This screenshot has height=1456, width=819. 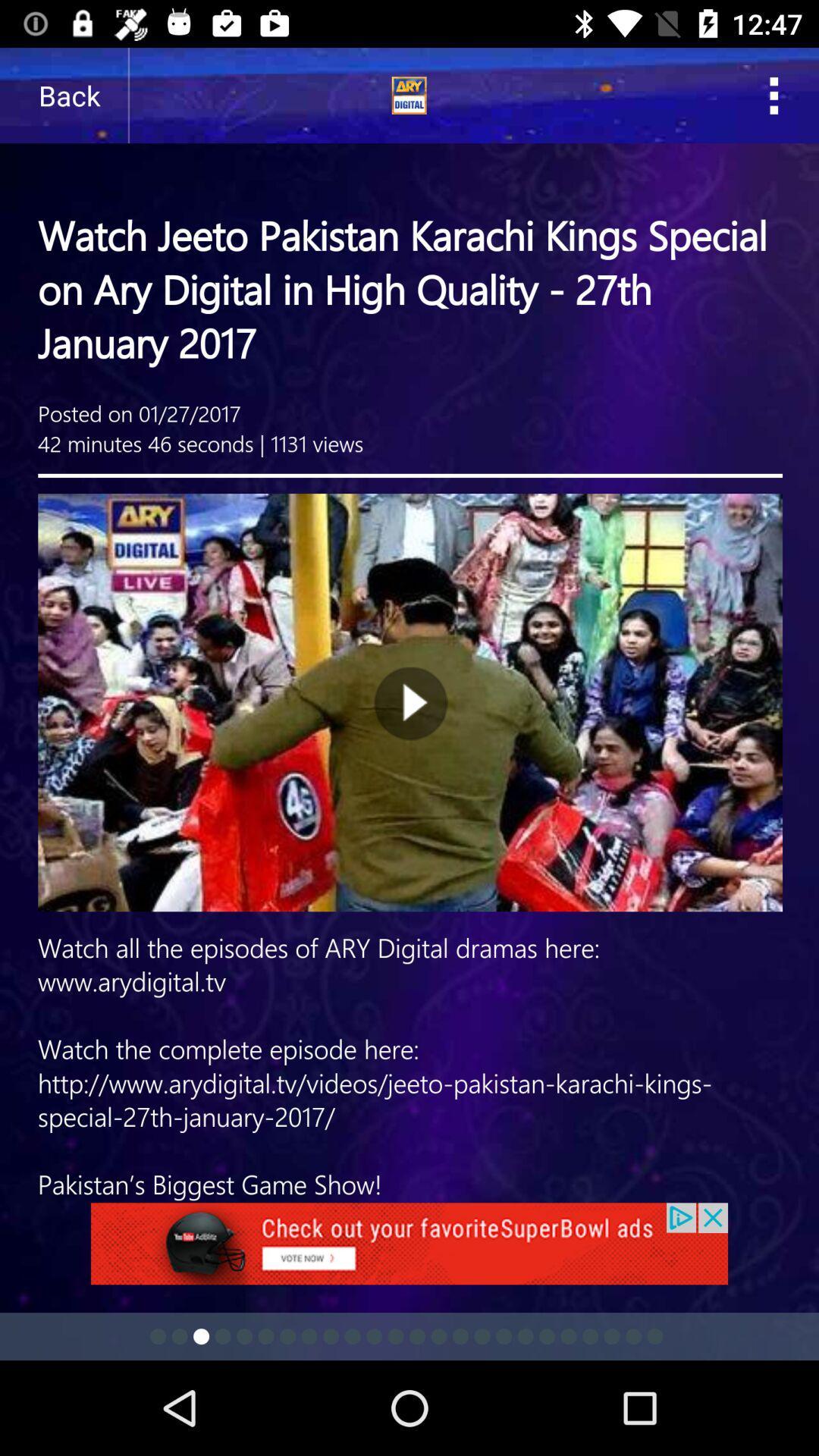 What do you see at coordinates (409, 1252) in the screenshot?
I see `banner advertisement` at bounding box center [409, 1252].